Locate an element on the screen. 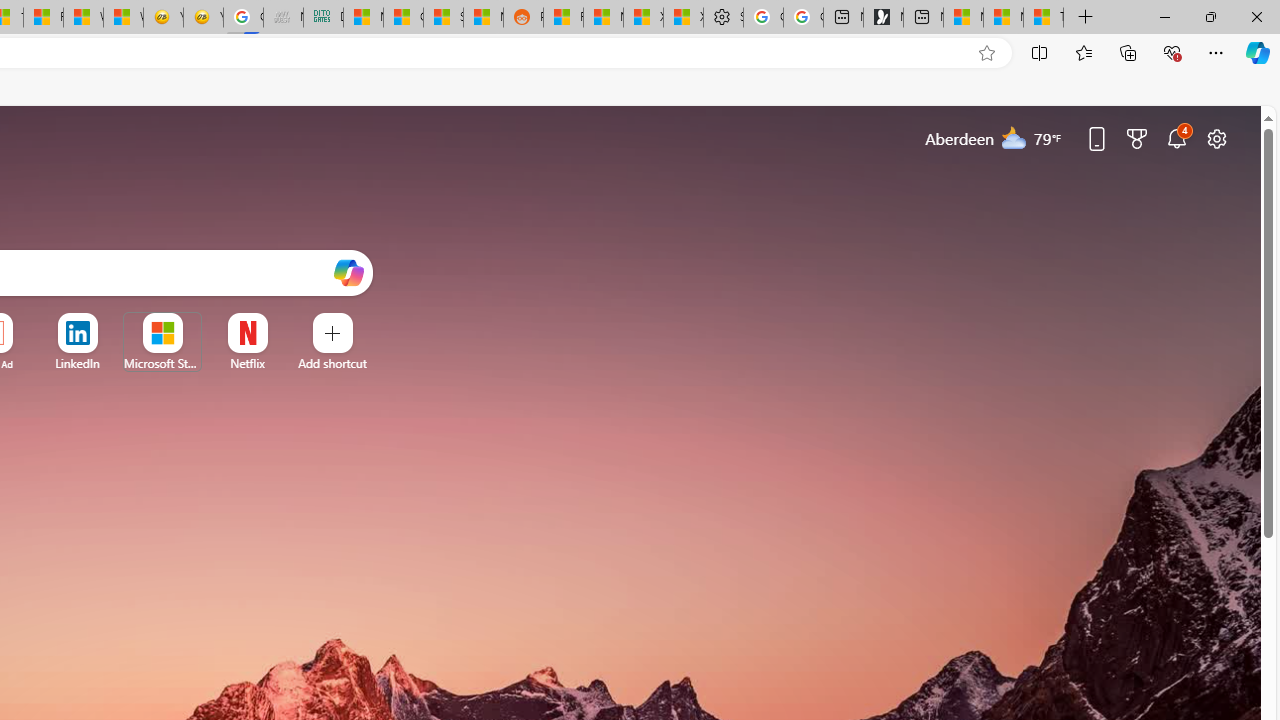 The height and width of the screenshot is (720, 1280). 'These 3 Stocks Pay You More Than 5% to Own Them' is located at coordinates (1042, 17).